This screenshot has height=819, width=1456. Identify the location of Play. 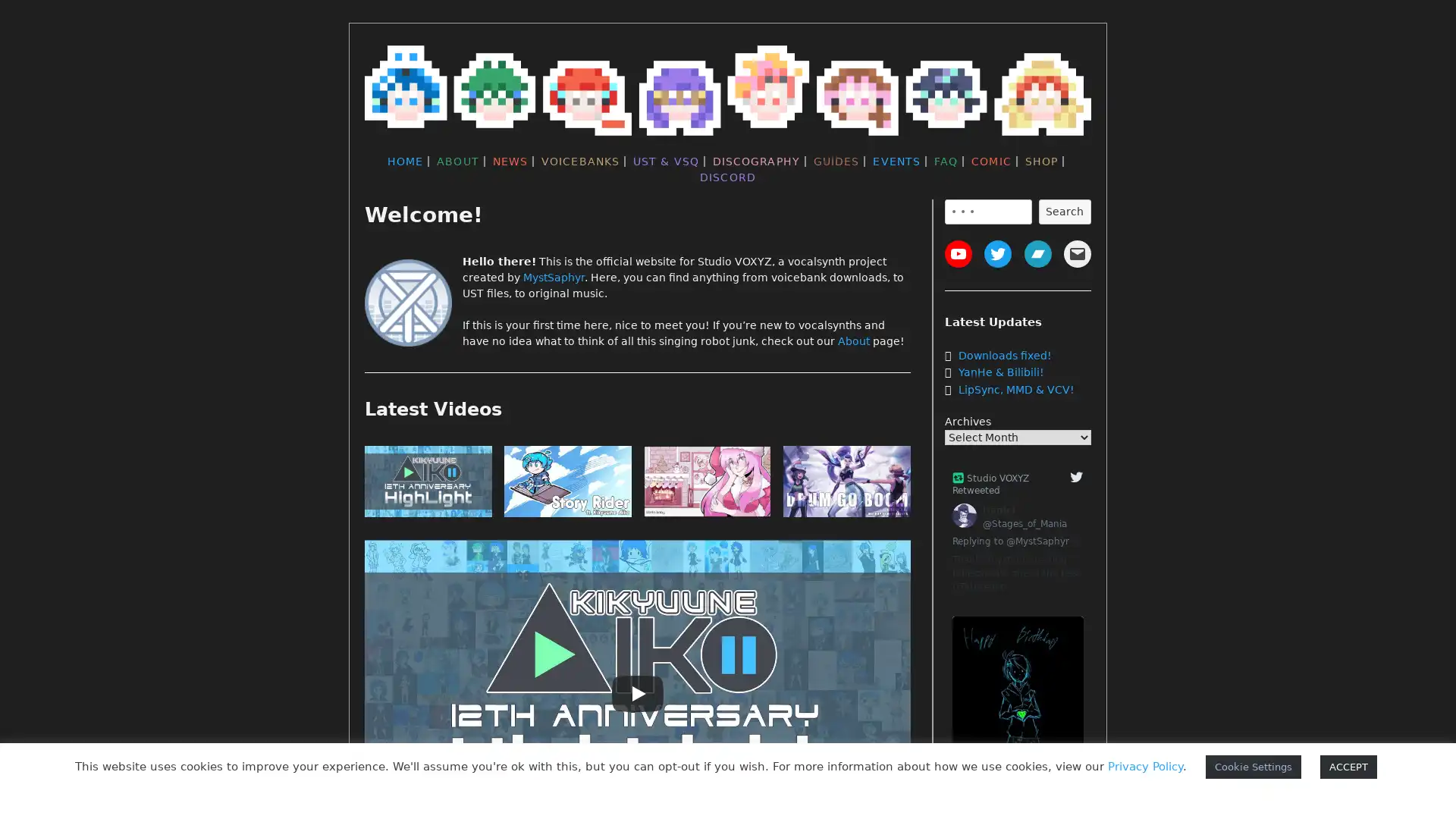
(637, 693).